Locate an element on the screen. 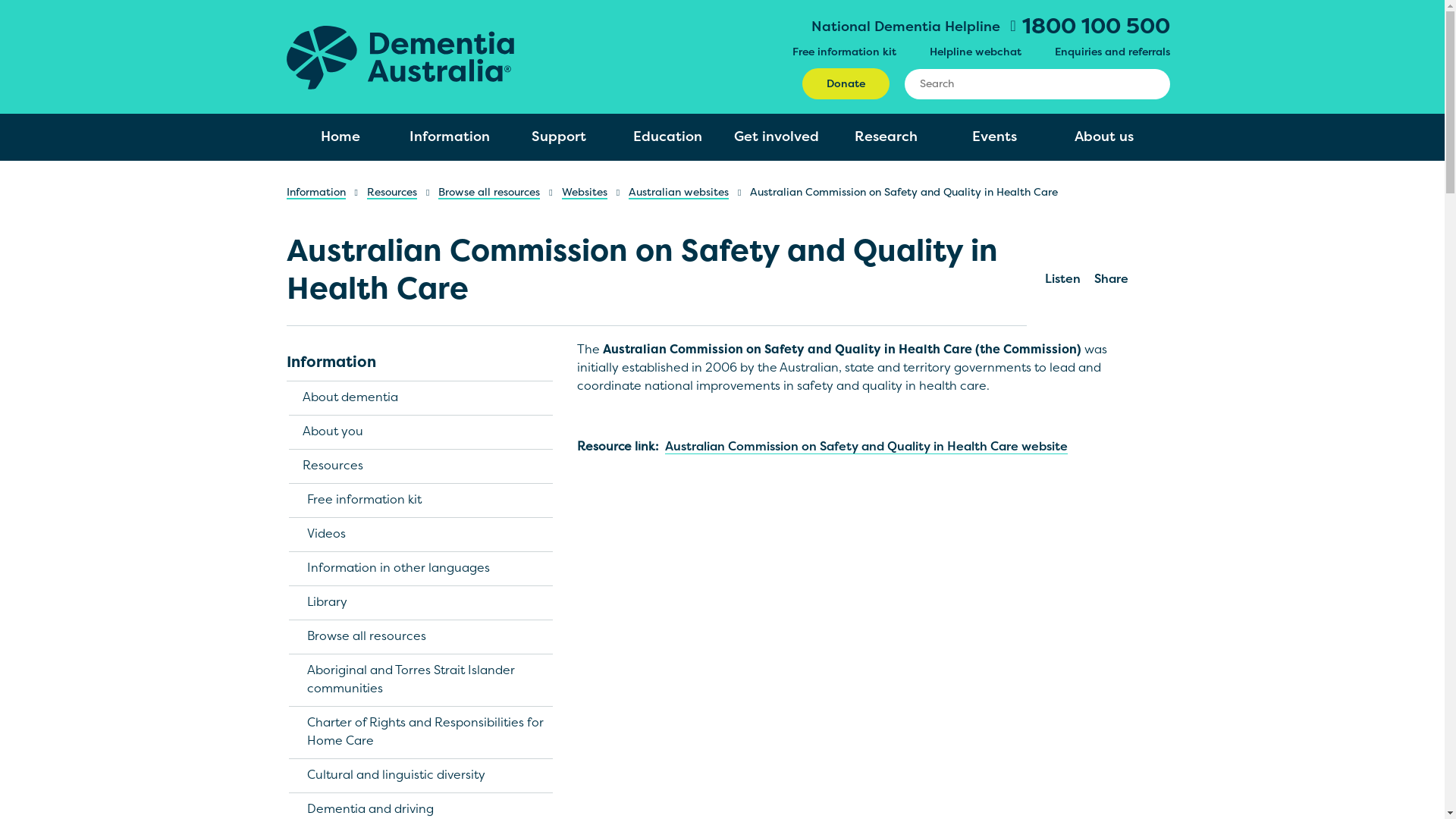 The width and height of the screenshot is (1456, 819). 'About you' is located at coordinates (421, 432).